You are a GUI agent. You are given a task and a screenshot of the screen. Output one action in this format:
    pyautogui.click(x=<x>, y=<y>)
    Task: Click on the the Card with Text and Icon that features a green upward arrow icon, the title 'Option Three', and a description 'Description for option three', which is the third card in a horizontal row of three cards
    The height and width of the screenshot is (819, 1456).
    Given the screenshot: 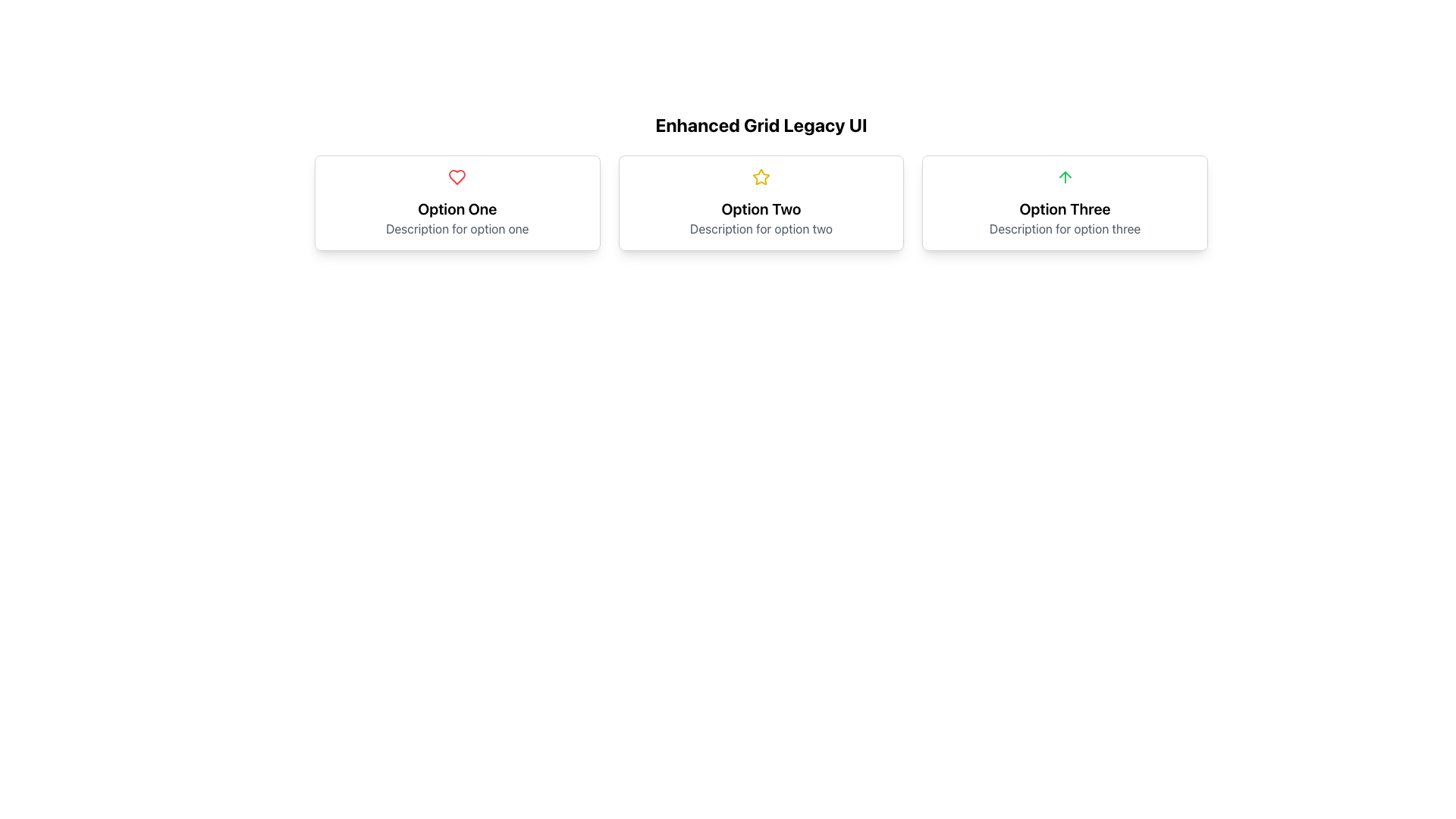 What is the action you would take?
    pyautogui.click(x=1064, y=202)
    